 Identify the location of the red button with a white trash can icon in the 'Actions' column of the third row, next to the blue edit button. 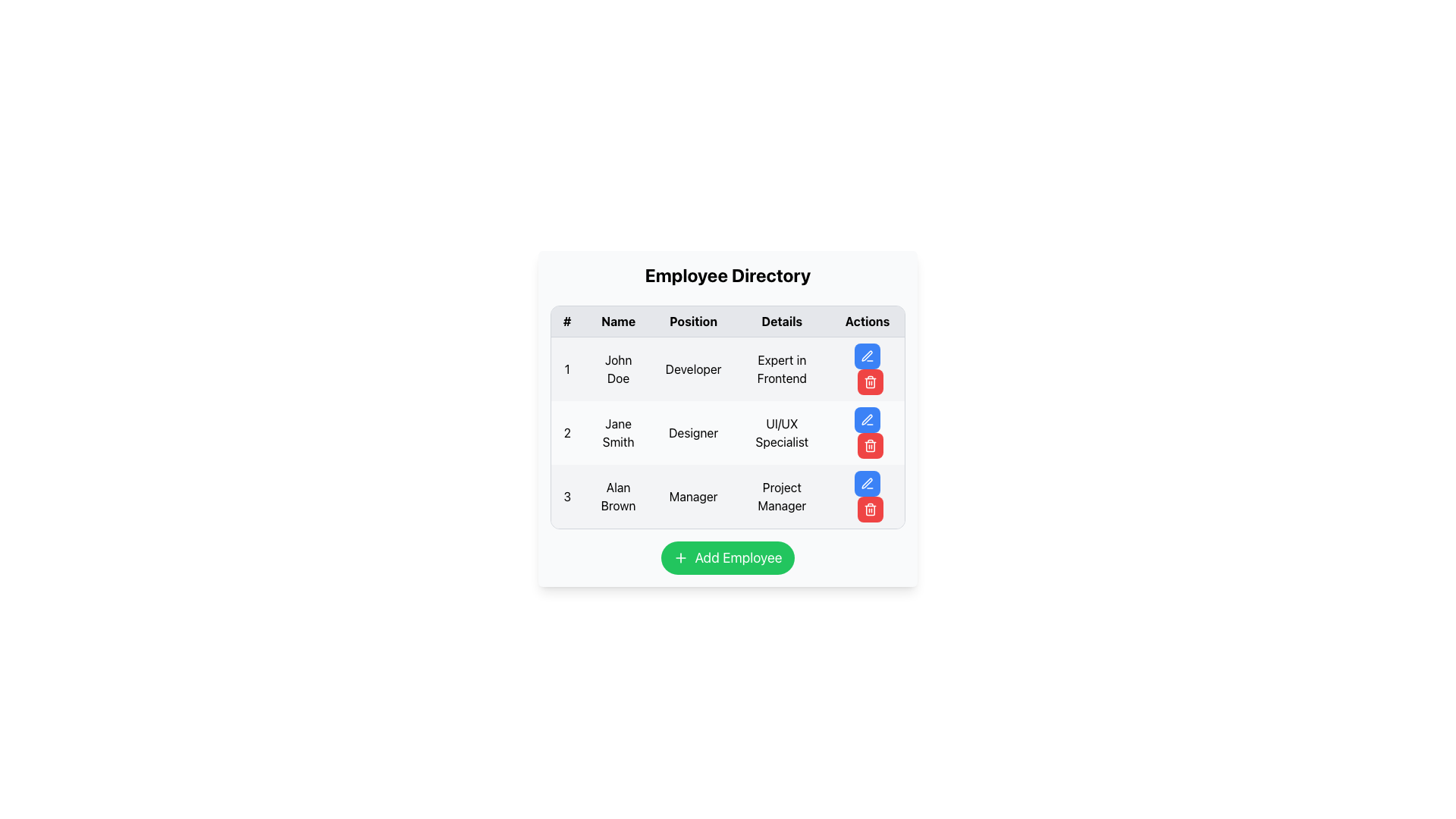
(871, 381).